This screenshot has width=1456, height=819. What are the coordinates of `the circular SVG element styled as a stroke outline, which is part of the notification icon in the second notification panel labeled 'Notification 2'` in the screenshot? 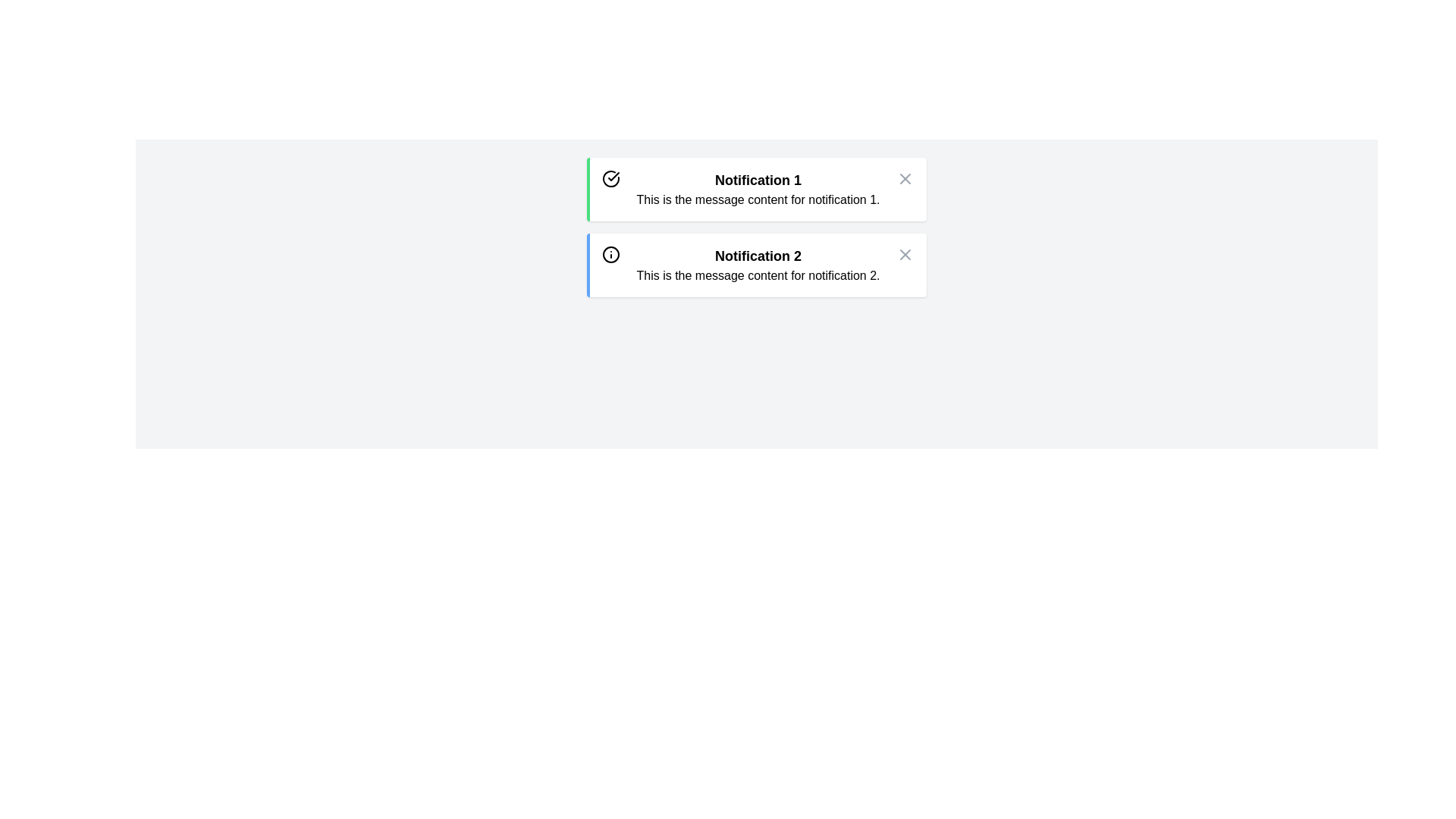 It's located at (611, 253).